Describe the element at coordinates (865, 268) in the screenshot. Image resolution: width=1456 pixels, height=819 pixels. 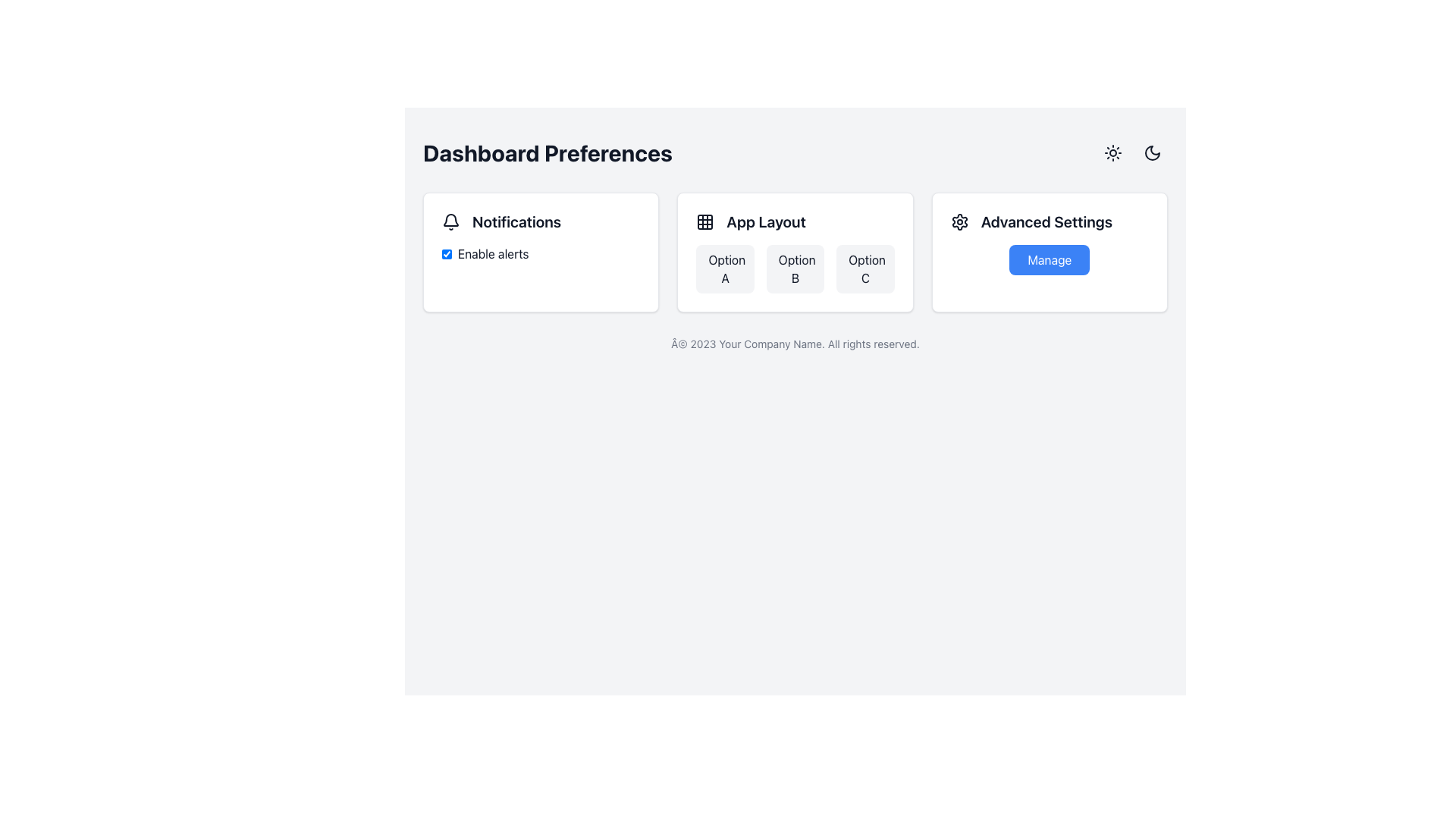
I see `the third button labeled 'Option C' in the 'App Layout' section` at that location.